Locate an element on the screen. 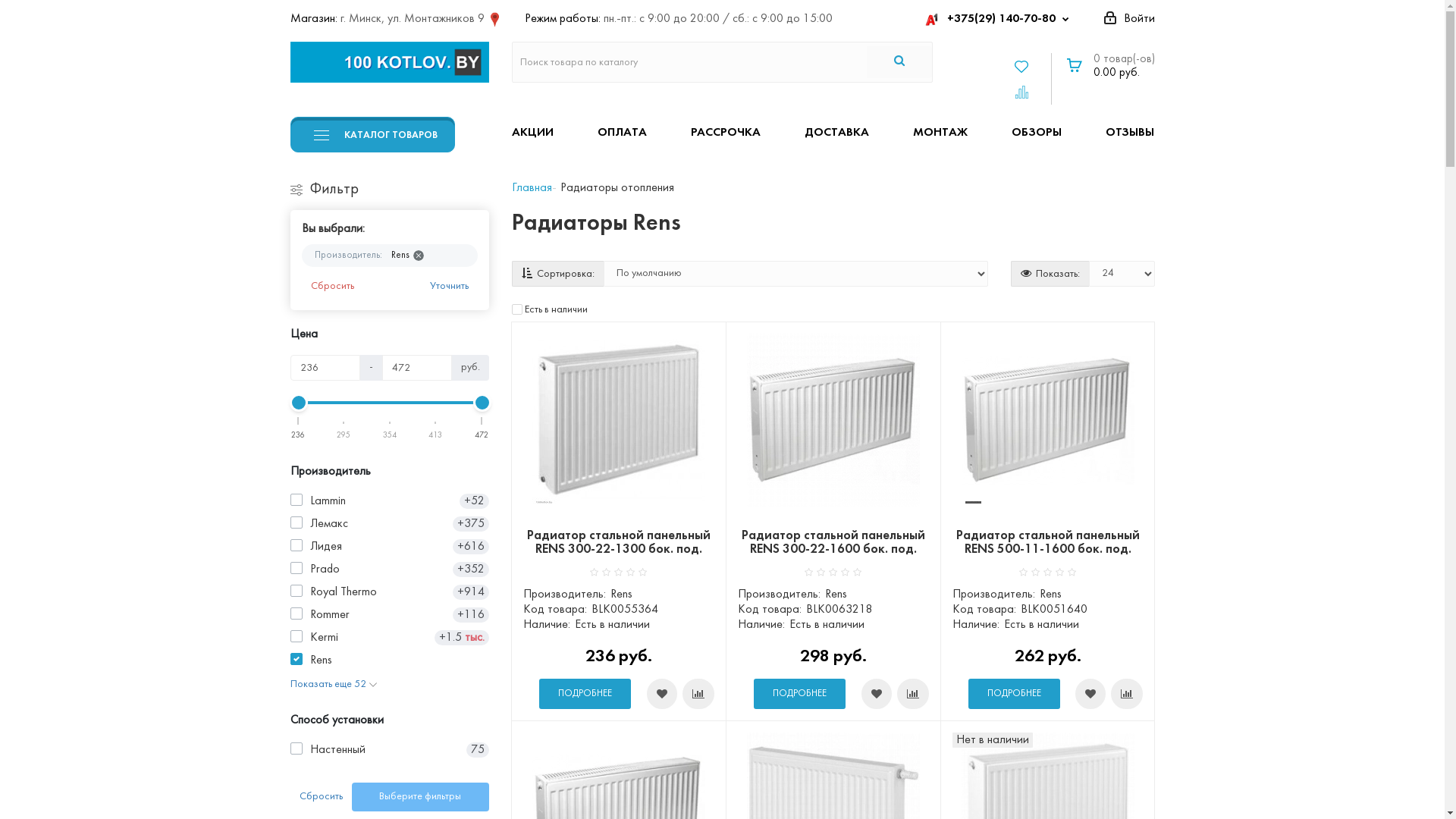 The width and height of the screenshot is (1456, 819). '+375(29) 140-70-80' is located at coordinates (999, 18).